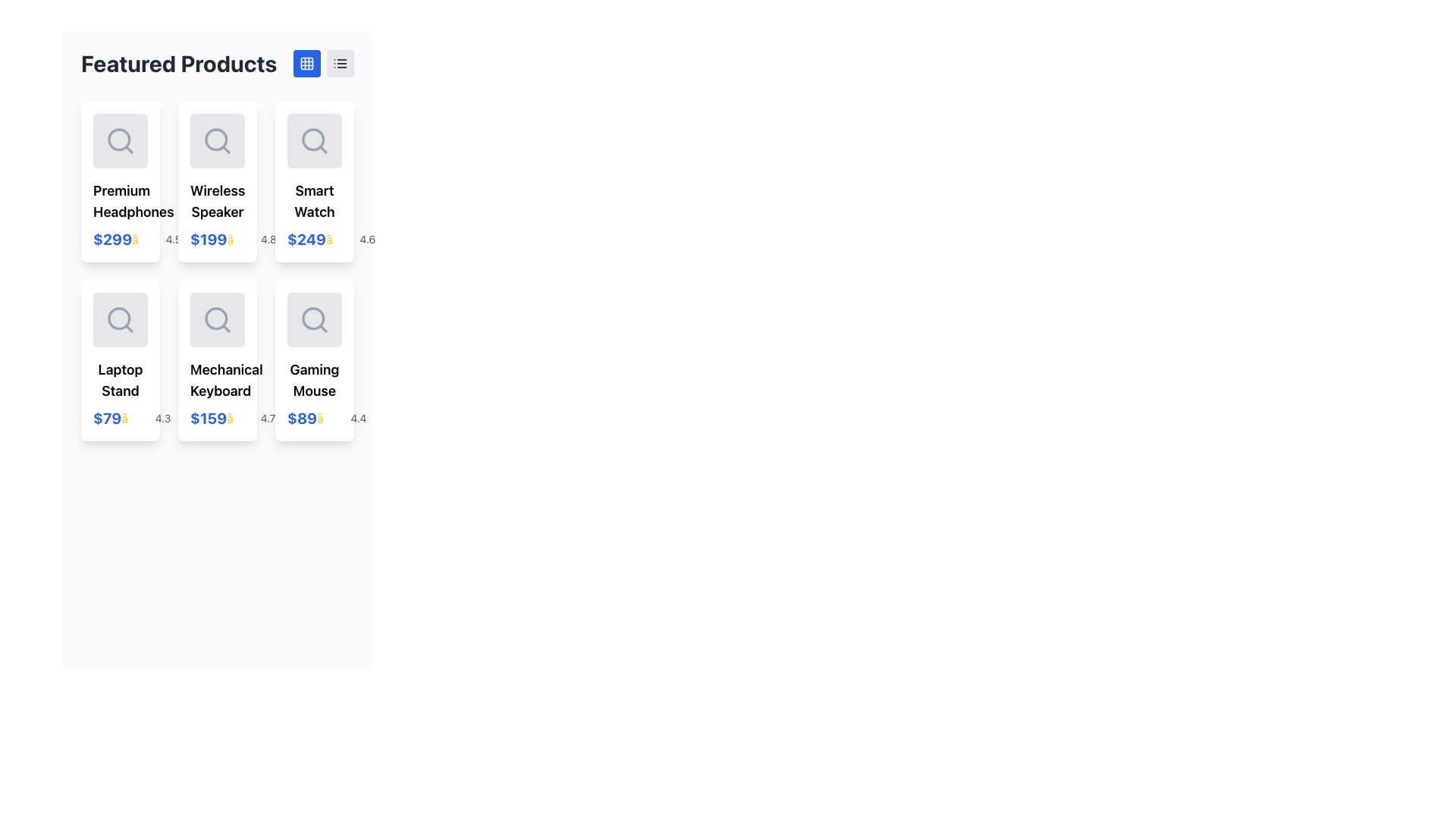 This screenshot has width=1456, height=819. What do you see at coordinates (217, 239) in the screenshot?
I see `the text display with a bold blue '$199' price and a gold star symbol followed by the rating '4.8' located in the second card of the top row in the product grid layout` at bounding box center [217, 239].